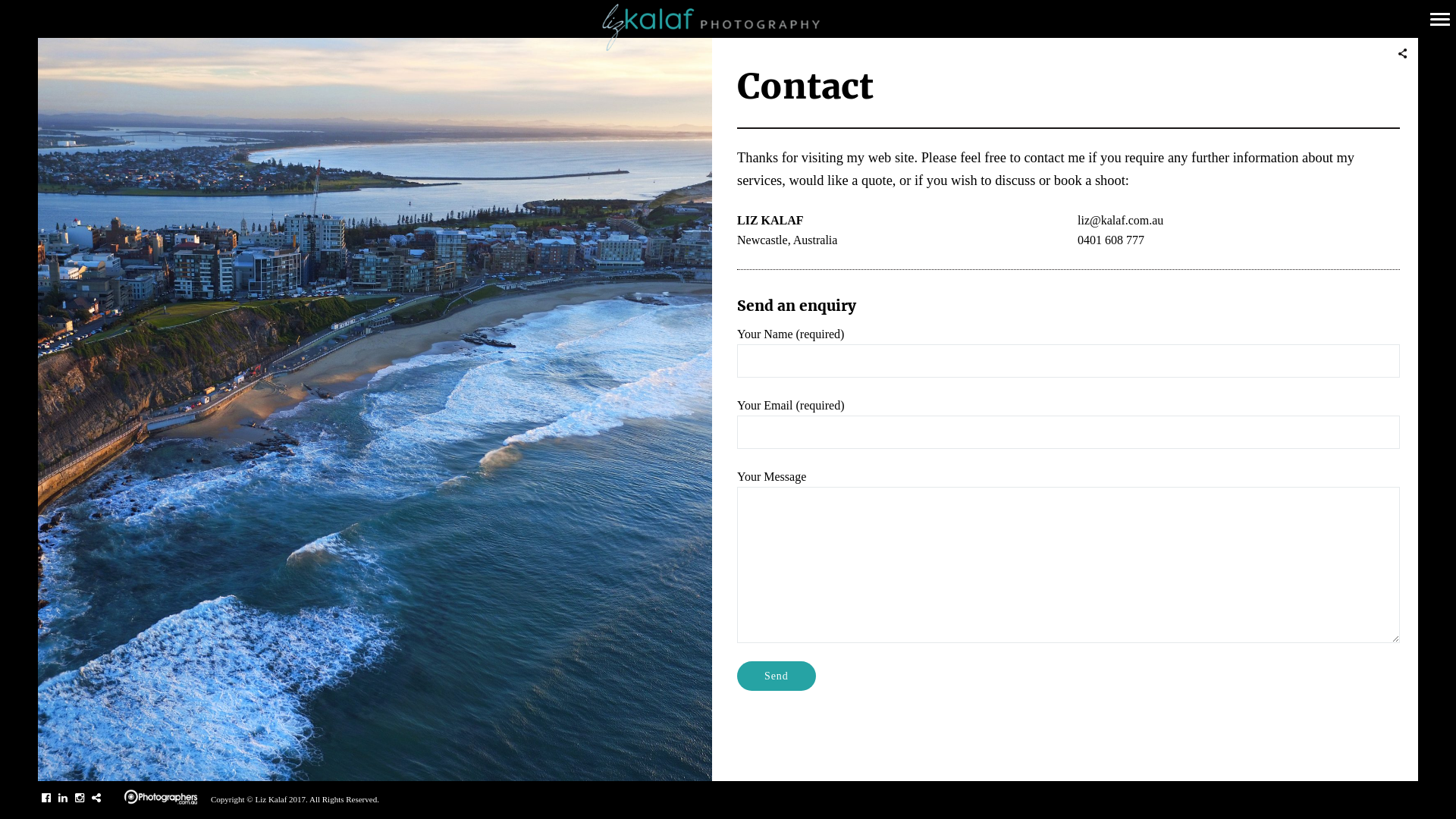 The height and width of the screenshot is (819, 1456). Describe the element at coordinates (728, 27) in the screenshot. I see `'Liz Kalaf - Newcastle Photographer'` at that location.